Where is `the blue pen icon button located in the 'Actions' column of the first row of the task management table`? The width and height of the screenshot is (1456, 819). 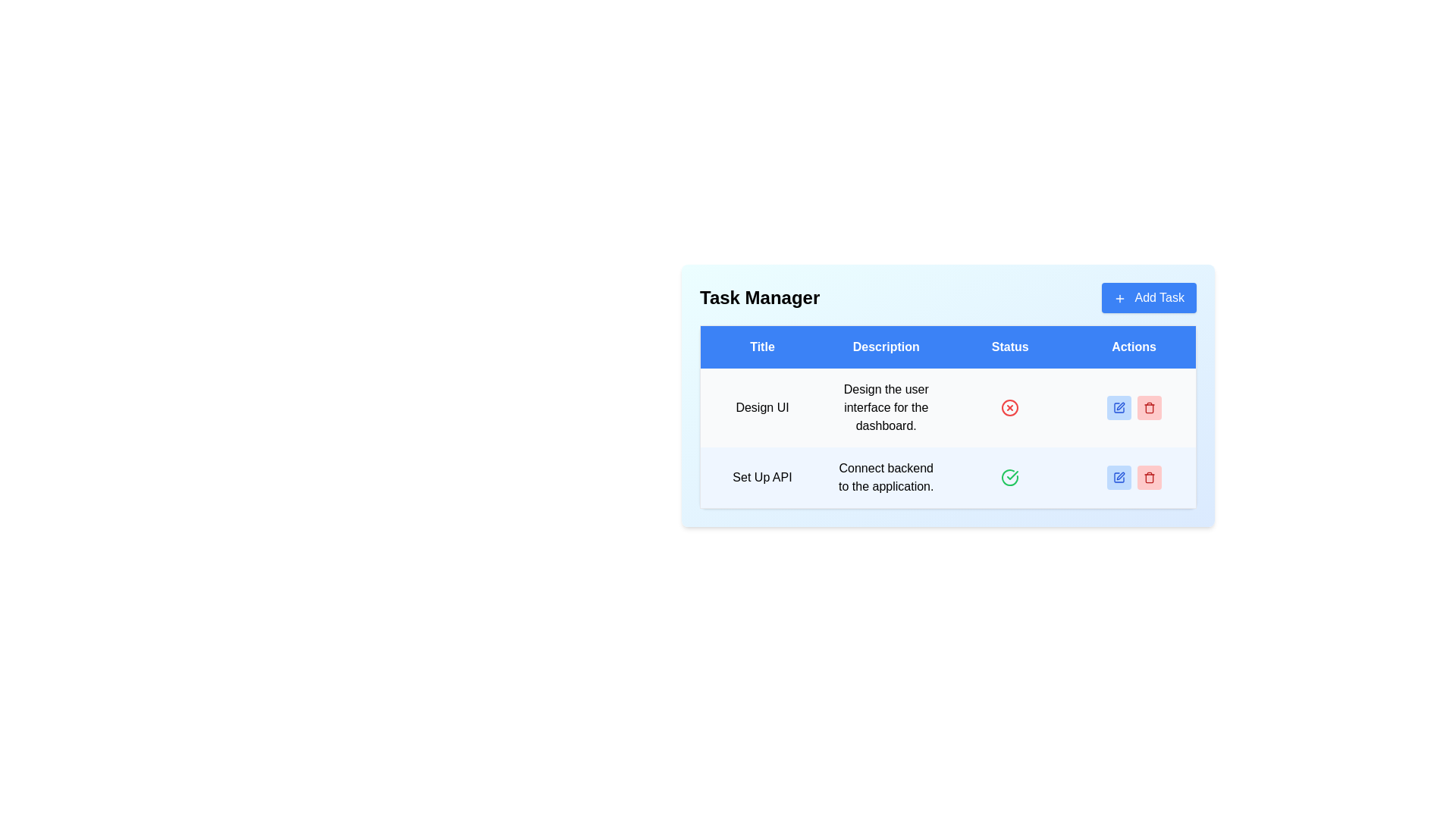
the blue pen icon button located in the 'Actions' column of the first row of the task management table is located at coordinates (1134, 406).